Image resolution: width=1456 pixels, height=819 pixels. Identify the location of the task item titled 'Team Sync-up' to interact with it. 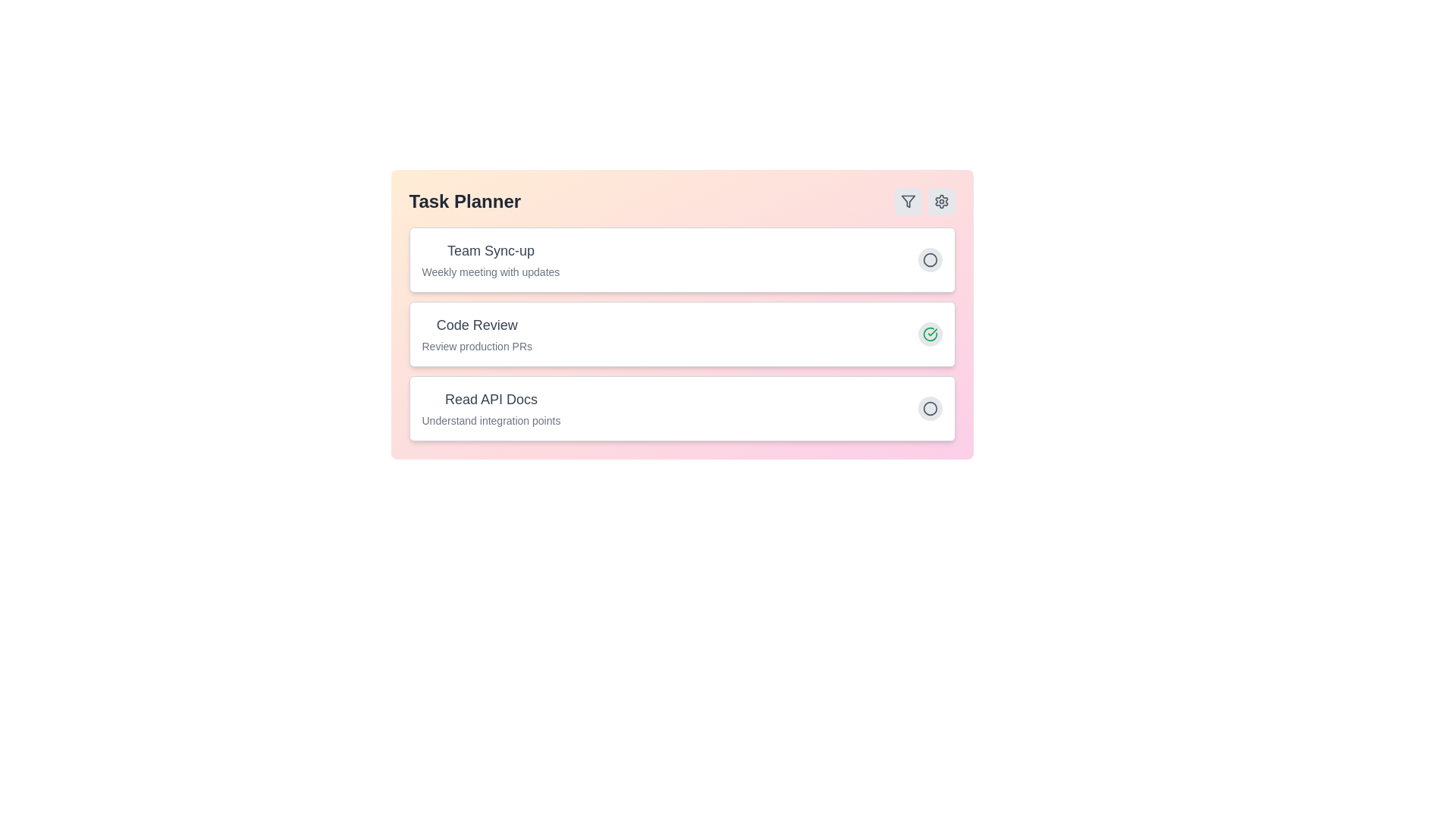
(491, 250).